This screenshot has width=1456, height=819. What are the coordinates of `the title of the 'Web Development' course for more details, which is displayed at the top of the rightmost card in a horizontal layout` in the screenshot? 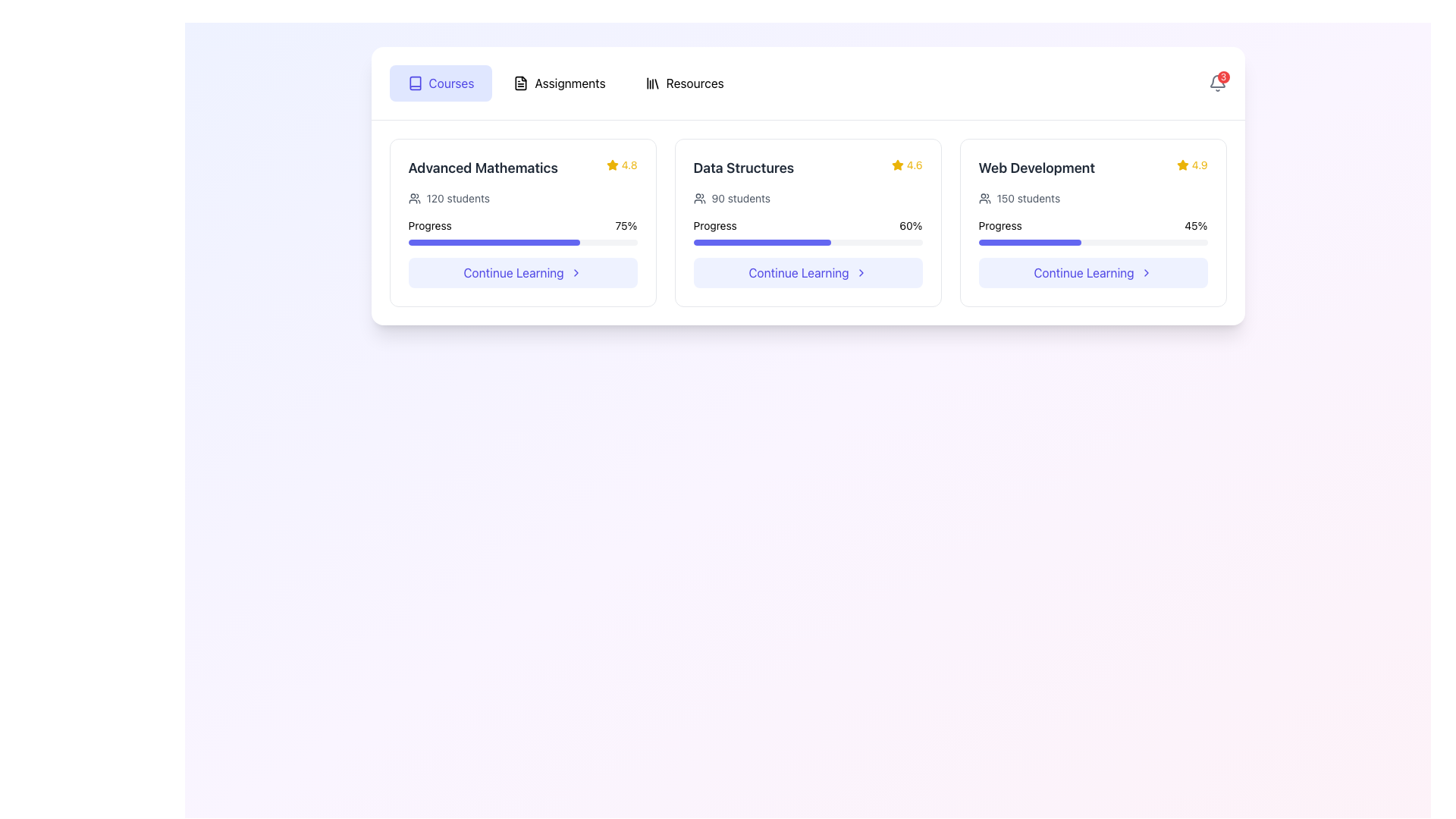 It's located at (1093, 168).